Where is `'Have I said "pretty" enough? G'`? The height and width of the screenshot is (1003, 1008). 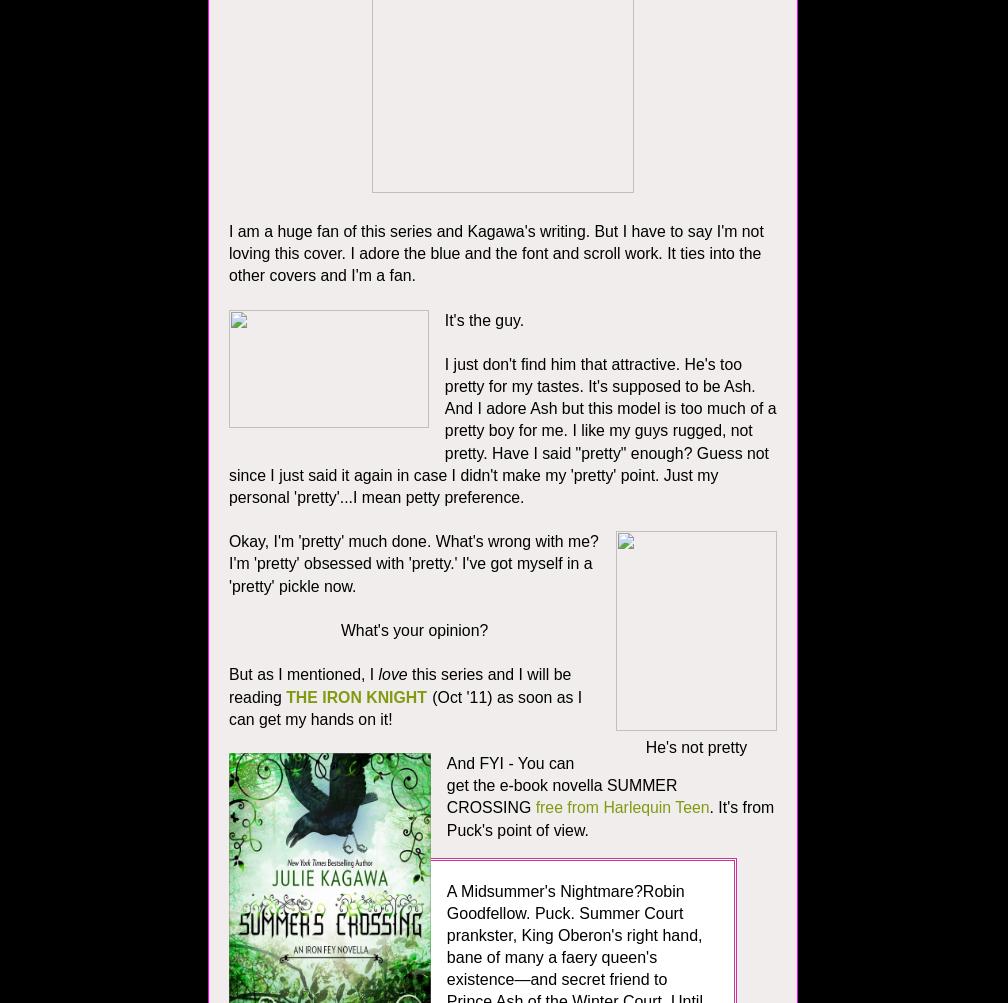
'Have I said "pretty" enough? G' is located at coordinates (600, 452).